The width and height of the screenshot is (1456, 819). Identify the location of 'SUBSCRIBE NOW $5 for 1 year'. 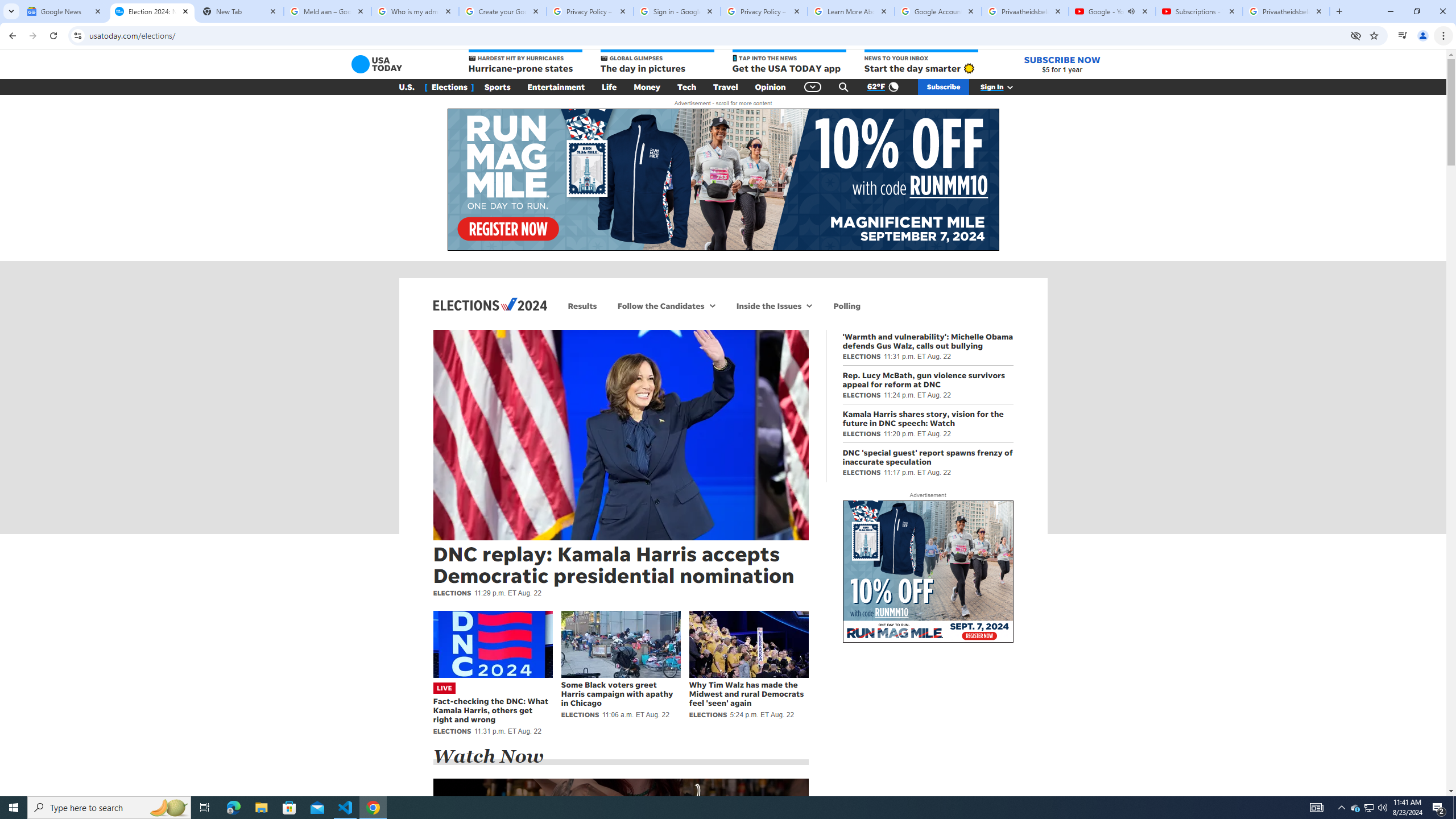
(1062, 64).